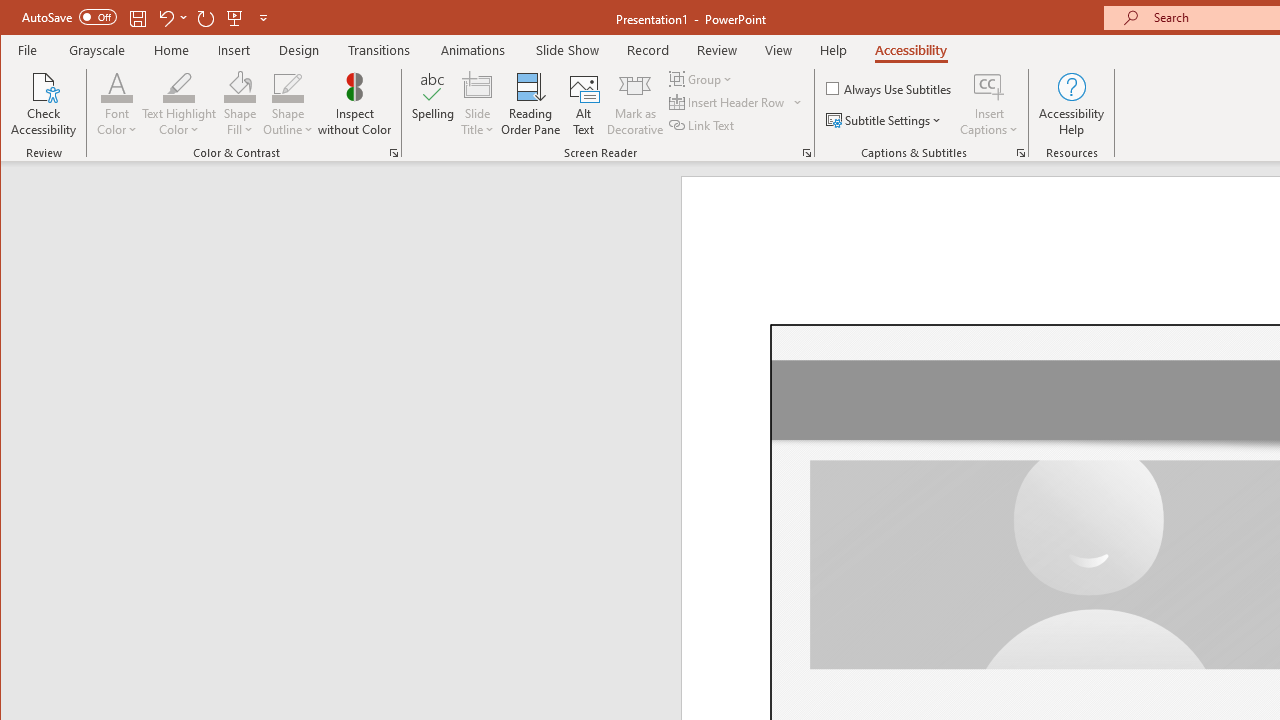 The image size is (1280, 720). What do you see at coordinates (1020, 152) in the screenshot?
I see `'Captions & Subtitles'` at bounding box center [1020, 152].